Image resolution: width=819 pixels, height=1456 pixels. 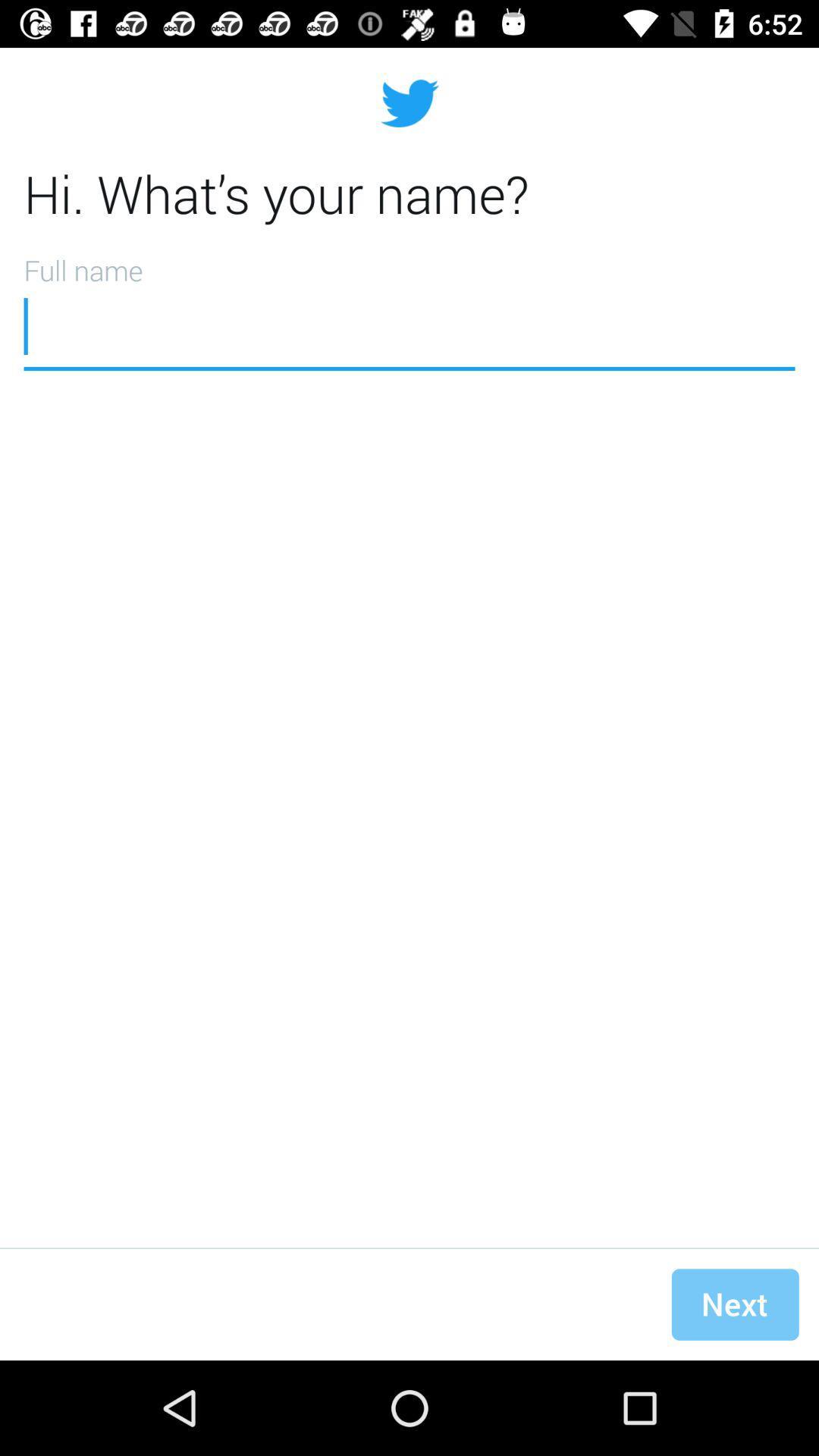 What do you see at coordinates (409, 306) in the screenshot?
I see `write your name` at bounding box center [409, 306].